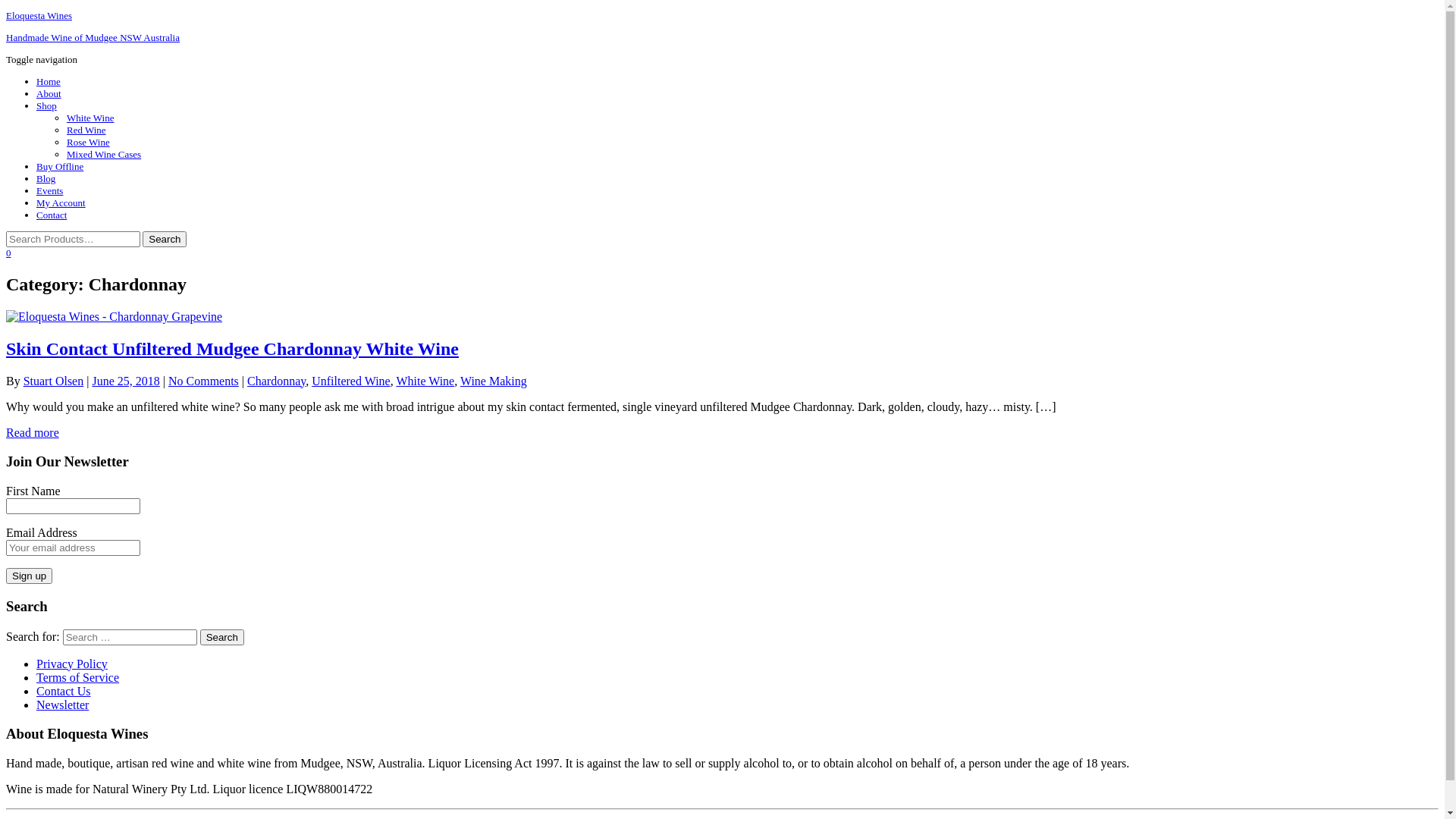 The width and height of the screenshot is (1456, 819). I want to click on 'About', so click(49, 93).